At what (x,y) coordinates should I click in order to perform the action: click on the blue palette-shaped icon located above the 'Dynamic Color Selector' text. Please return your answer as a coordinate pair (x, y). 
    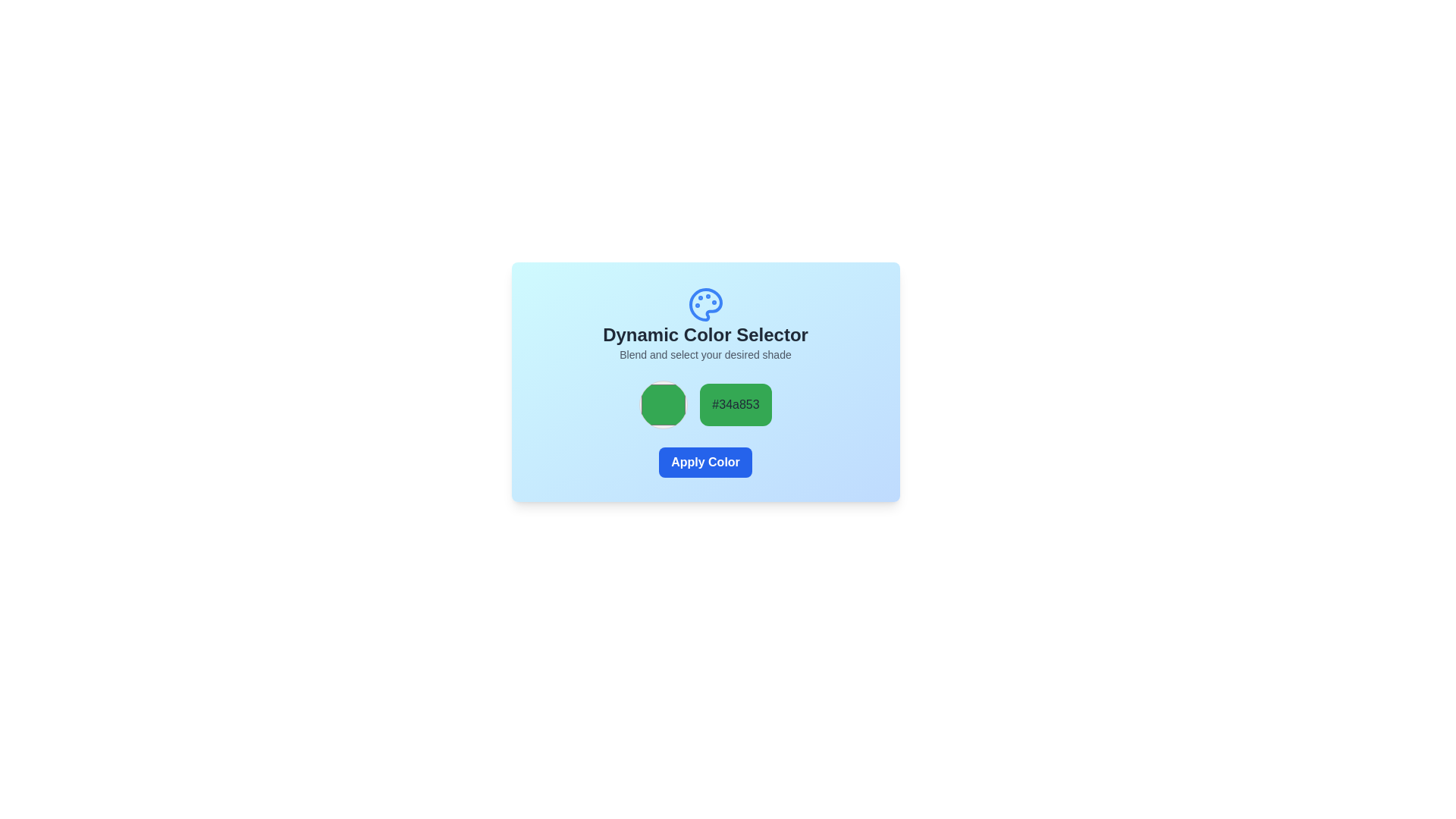
    Looking at the image, I should click on (704, 304).